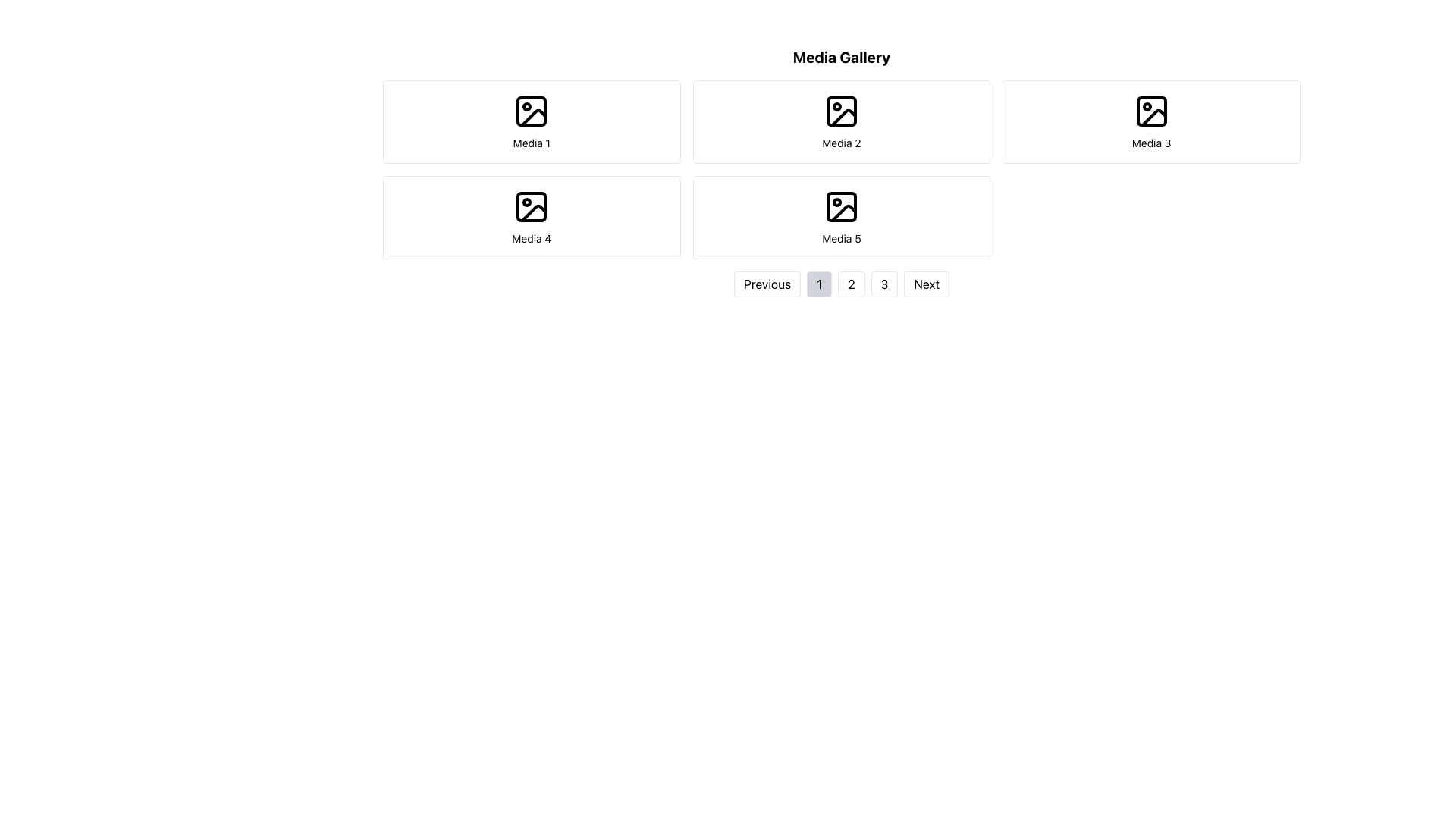 The width and height of the screenshot is (1456, 819). I want to click on the button labeled '3' in the navigation bar, so click(884, 284).